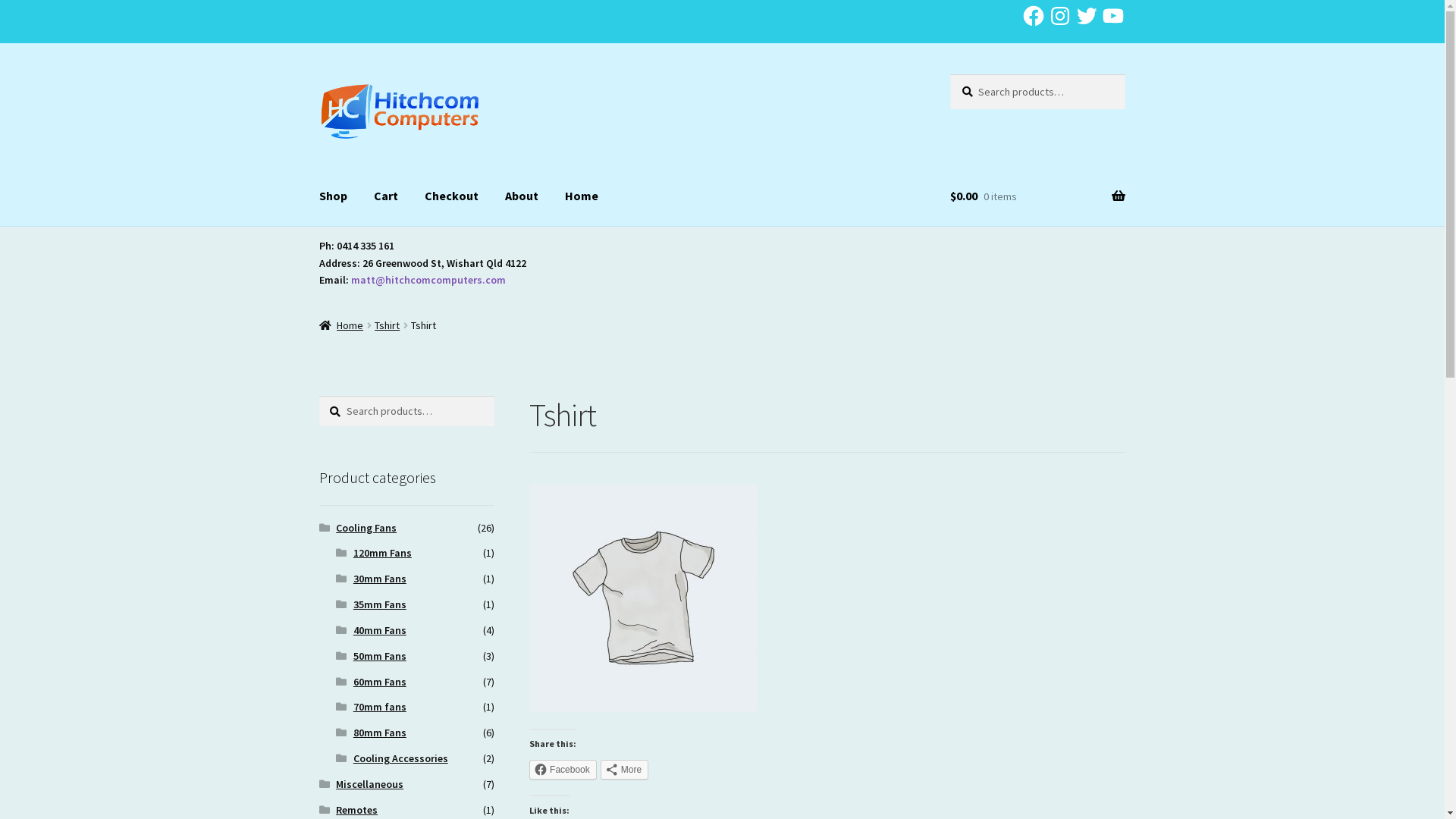  Describe the element at coordinates (1059, 15) in the screenshot. I see `'Instagram'` at that location.